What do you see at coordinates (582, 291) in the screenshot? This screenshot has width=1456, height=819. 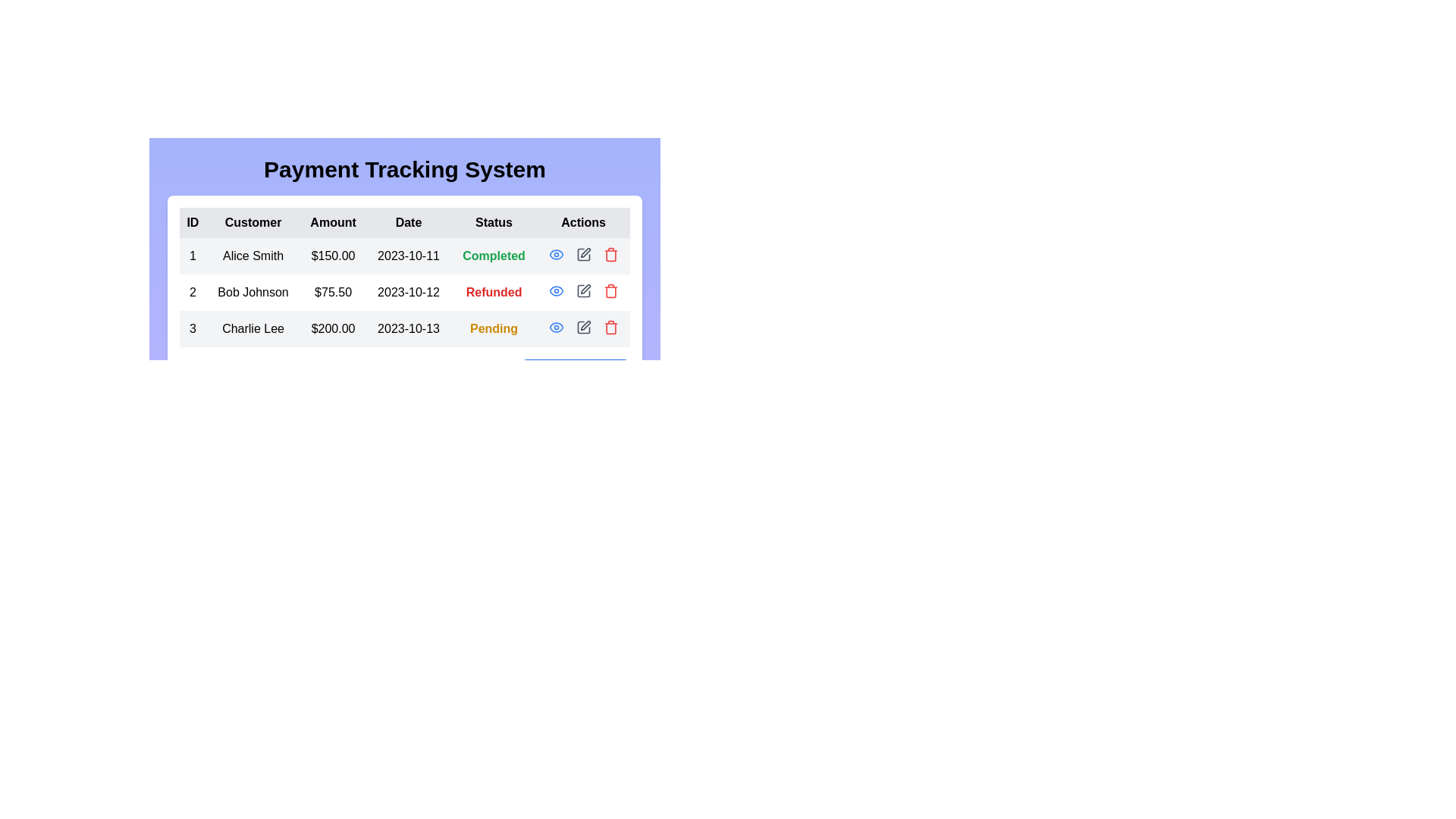 I see `the edit icon represented by a pen or pencil inside a gray square frame, located in the 'Actions' column of the second row of the table` at bounding box center [582, 291].